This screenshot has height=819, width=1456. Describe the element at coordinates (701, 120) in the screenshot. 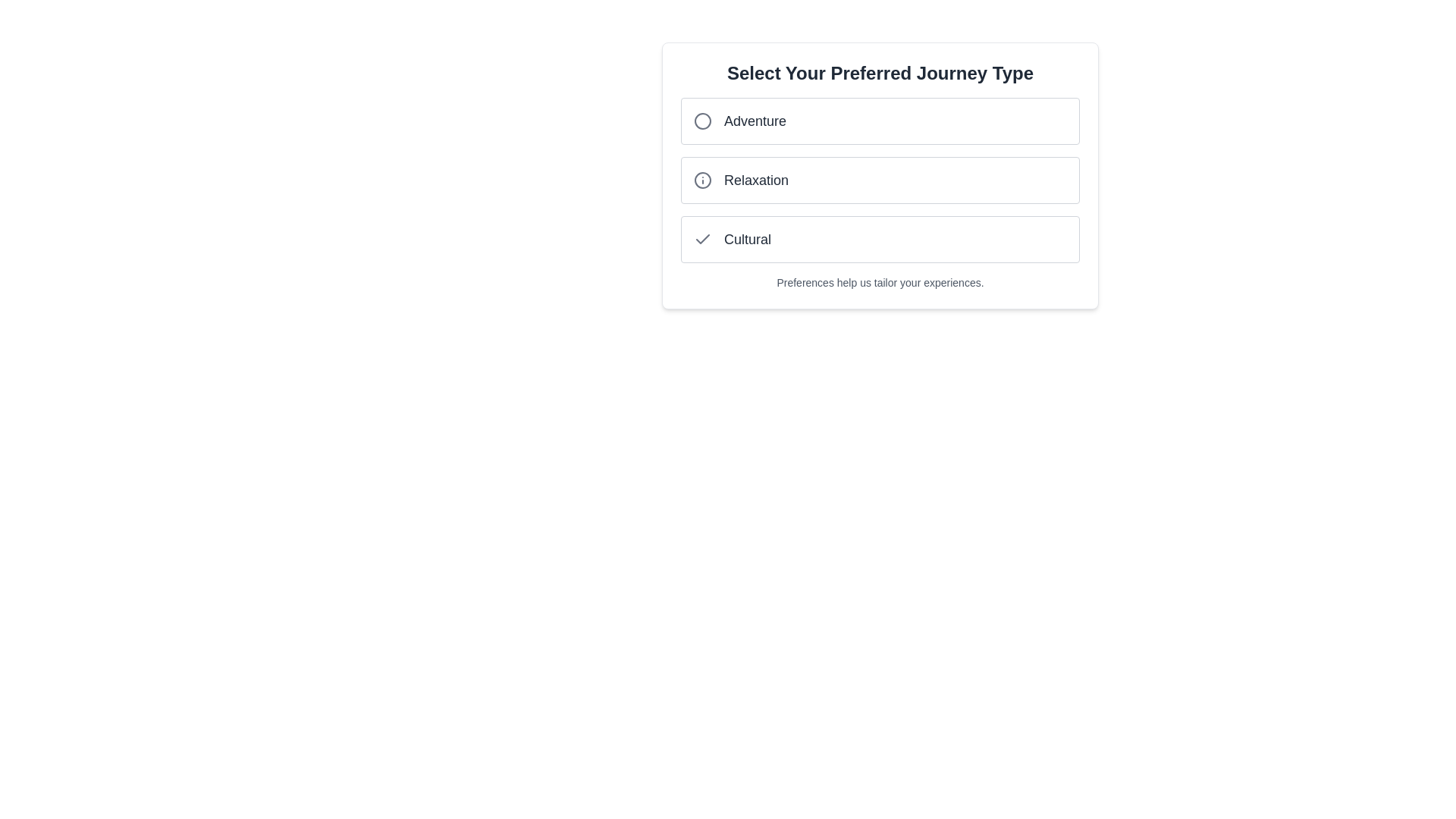

I see `the circular graphical element with a thick border that is part of the 'Adventure' option in the vertical list of selectable options` at that location.